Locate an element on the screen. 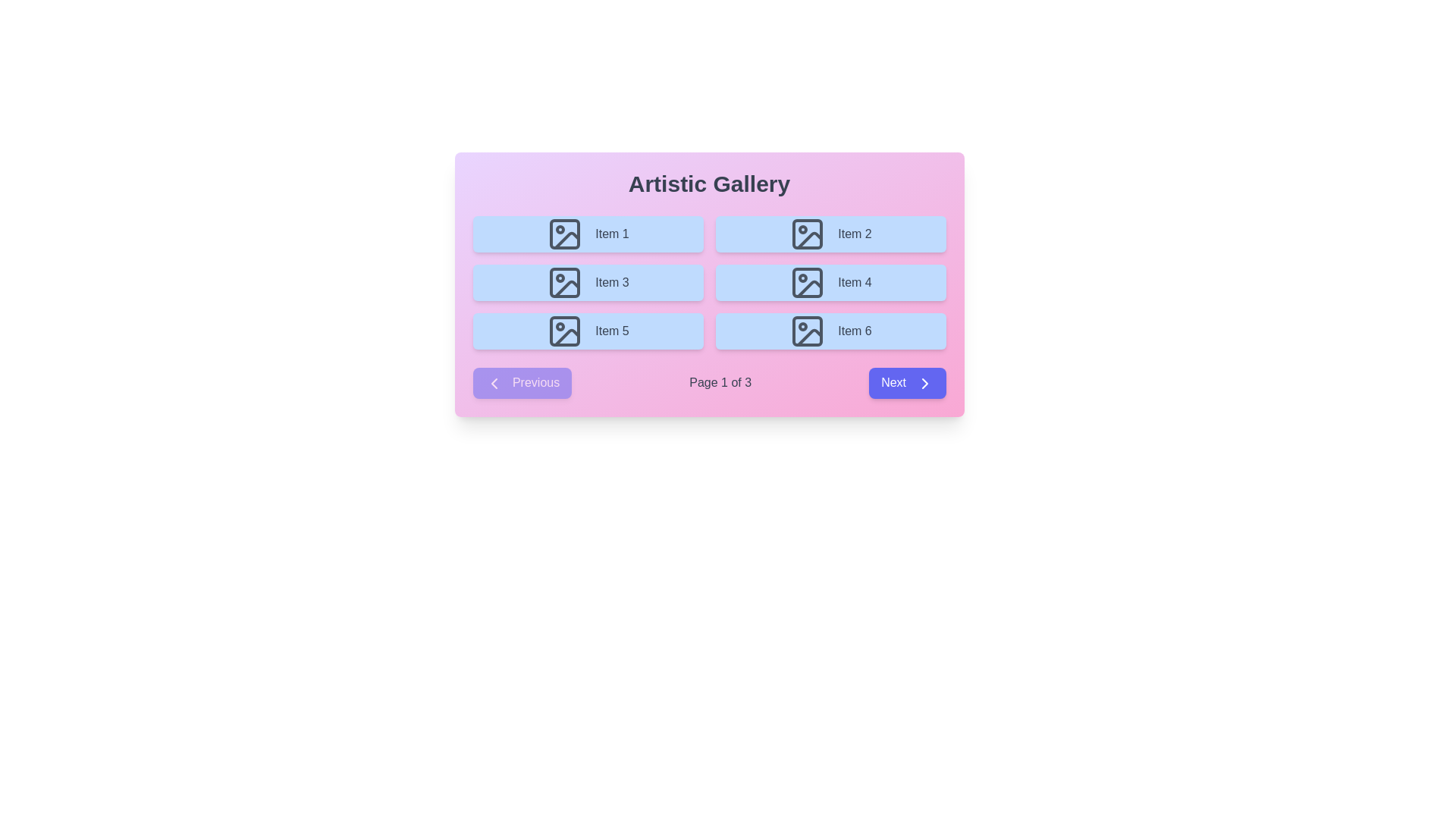 The height and width of the screenshot is (819, 1456). the interactive item associated with 'Item 6', located at the bottom right of the grid layout is located at coordinates (830, 330).